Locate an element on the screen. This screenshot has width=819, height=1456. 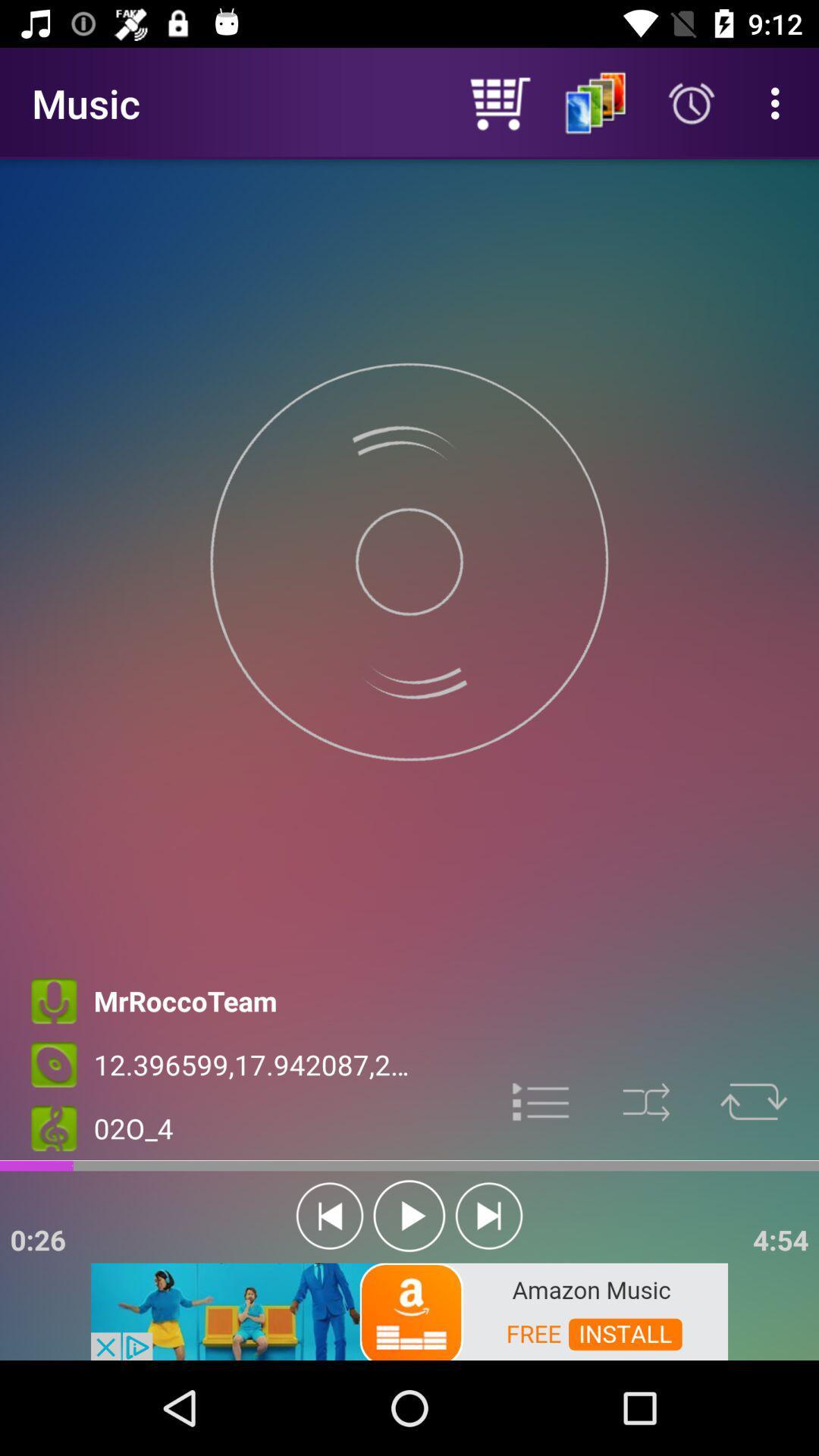
switch autoplay option is located at coordinates (409, 1216).